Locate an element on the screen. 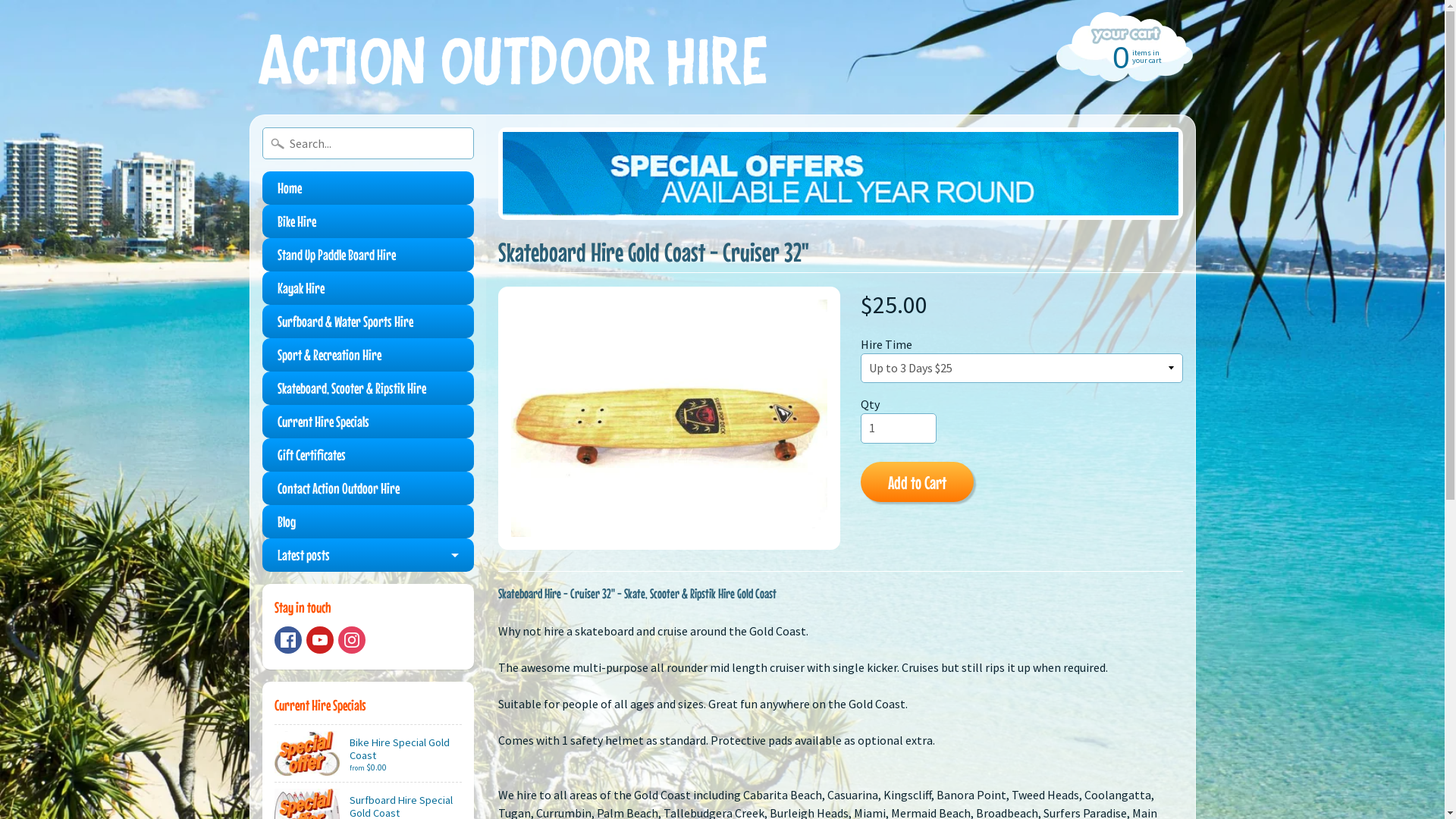 This screenshot has width=1456, height=819. 'Action Outdoor Hire' is located at coordinates (513, 56).